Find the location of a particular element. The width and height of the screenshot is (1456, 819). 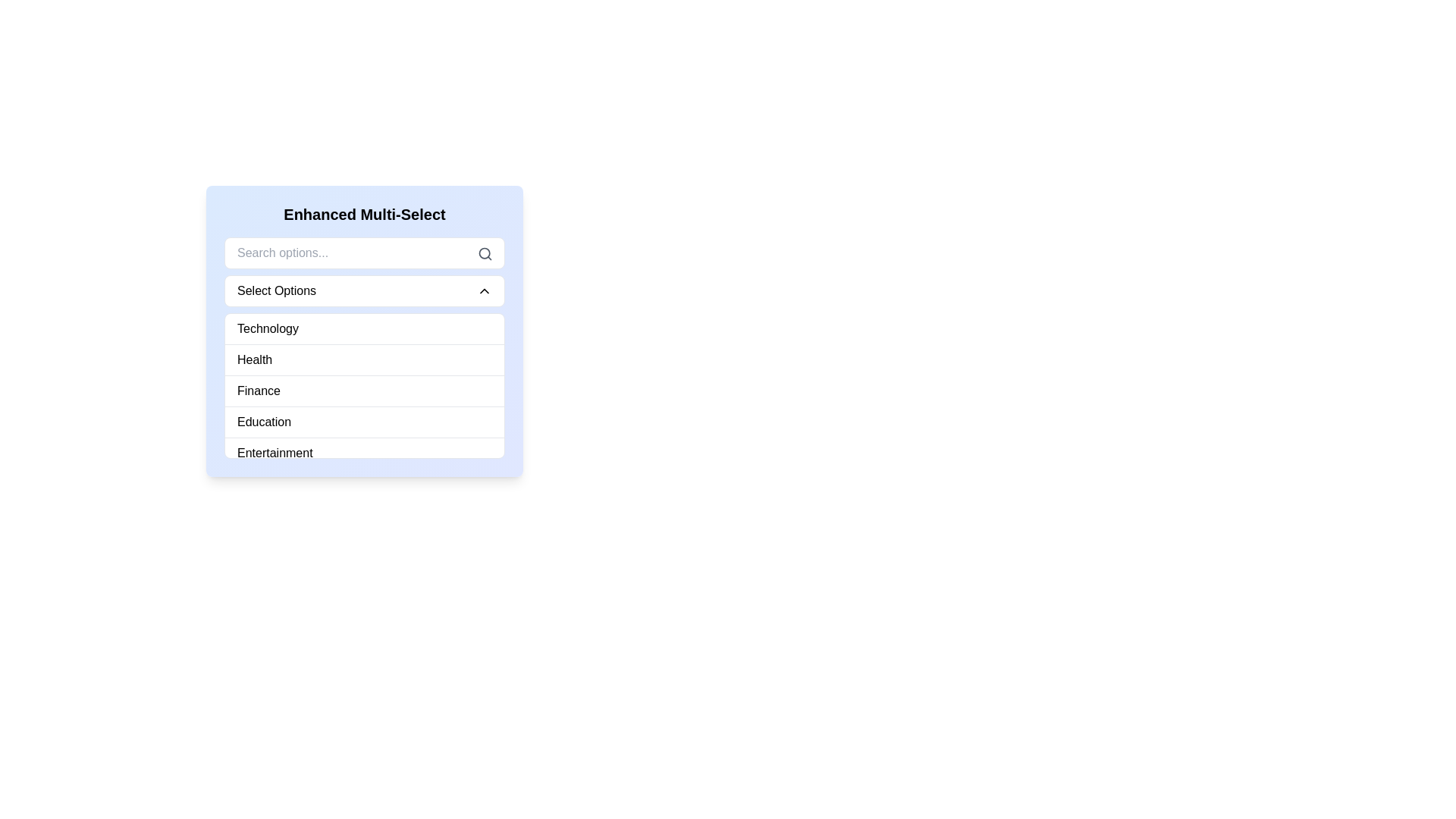

the 'Finance' option in the dropdown list, which is the third item and displayed in bold text is located at coordinates (259, 391).